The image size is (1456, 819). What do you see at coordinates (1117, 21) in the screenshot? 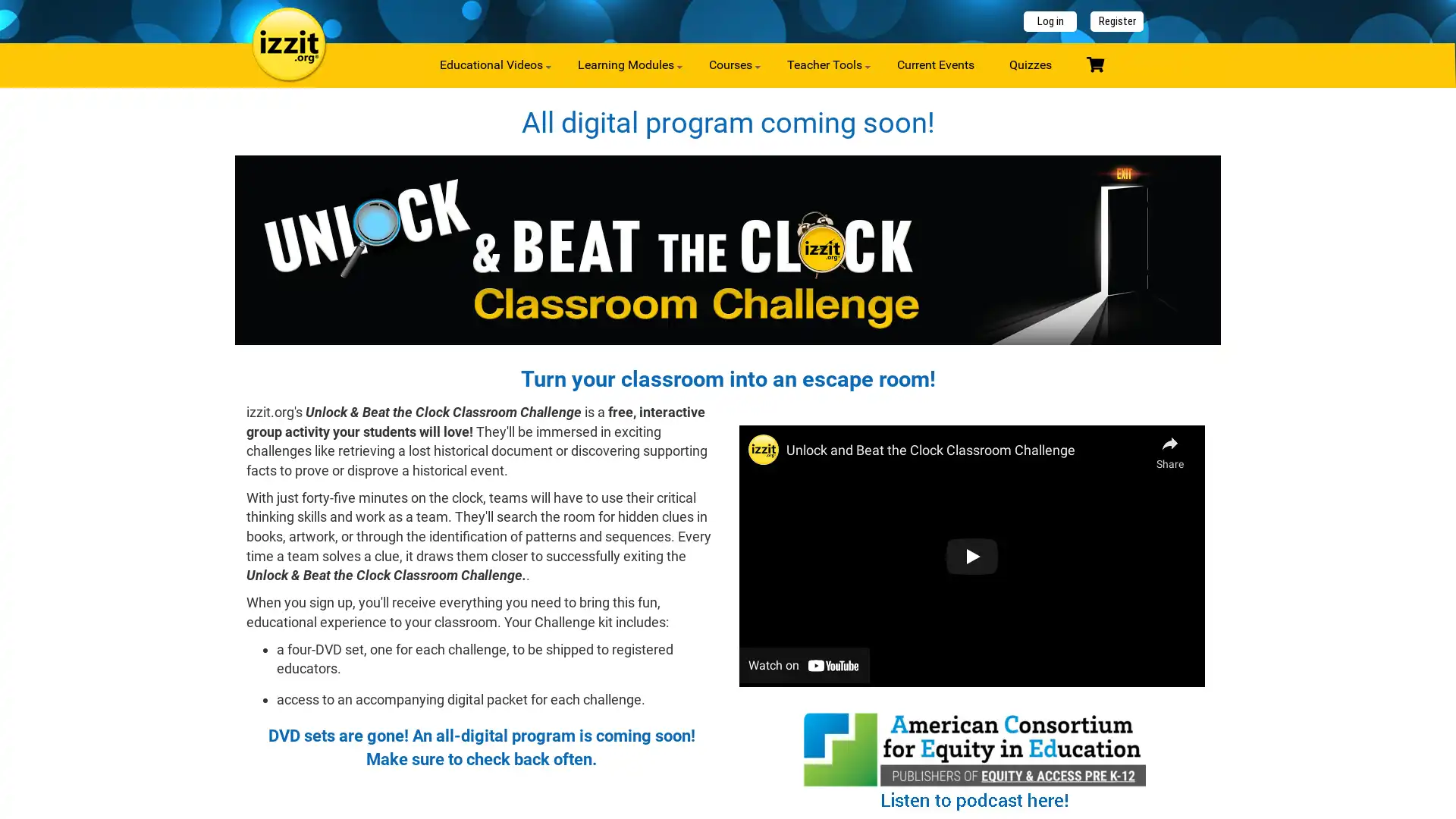
I see `Register` at bounding box center [1117, 21].